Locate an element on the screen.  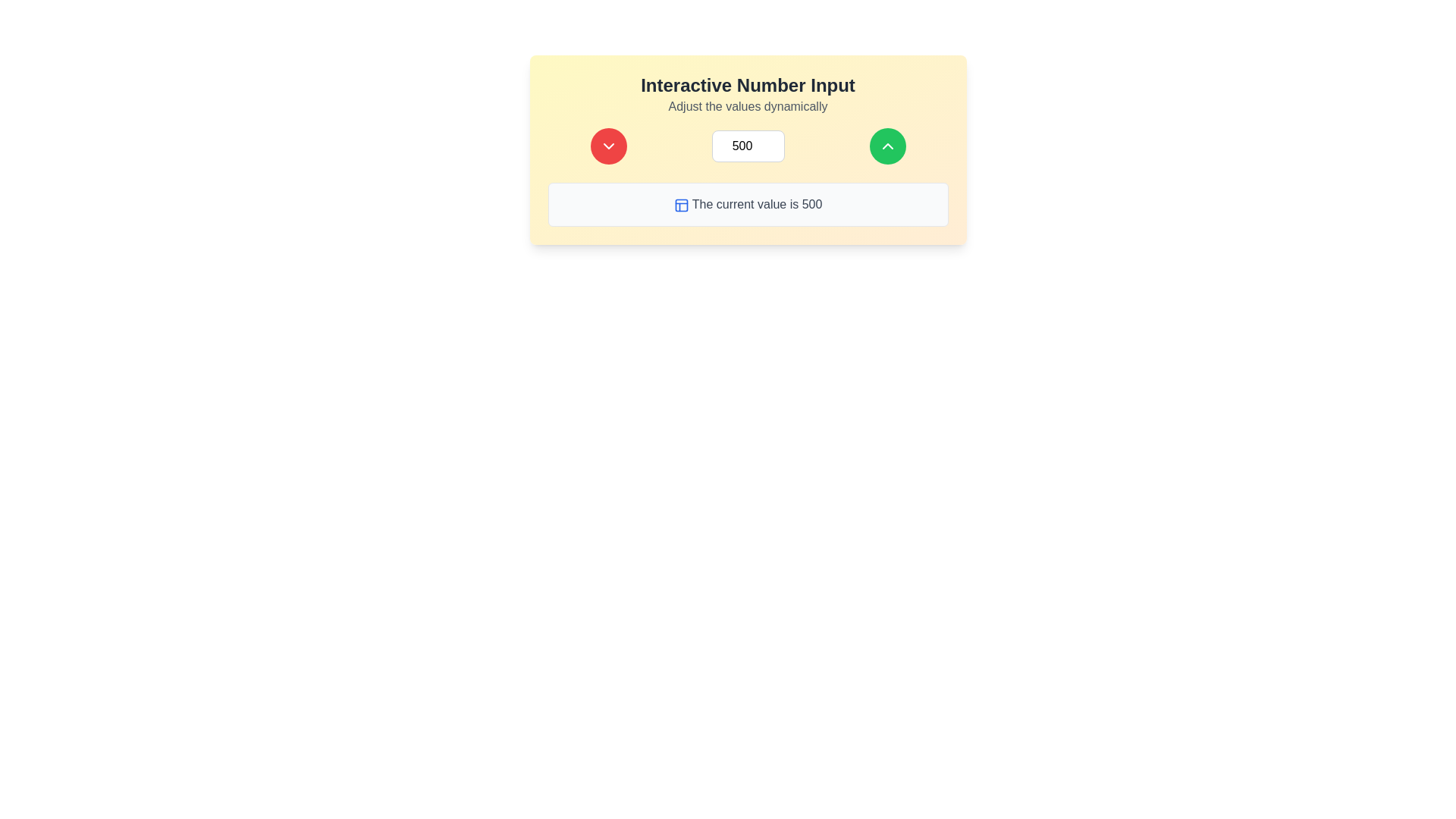
the chevron-down SVG icon located within the circular button with a red background, positioned in the top-left corner of the interactive number input header section is located at coordinates (608, 146).